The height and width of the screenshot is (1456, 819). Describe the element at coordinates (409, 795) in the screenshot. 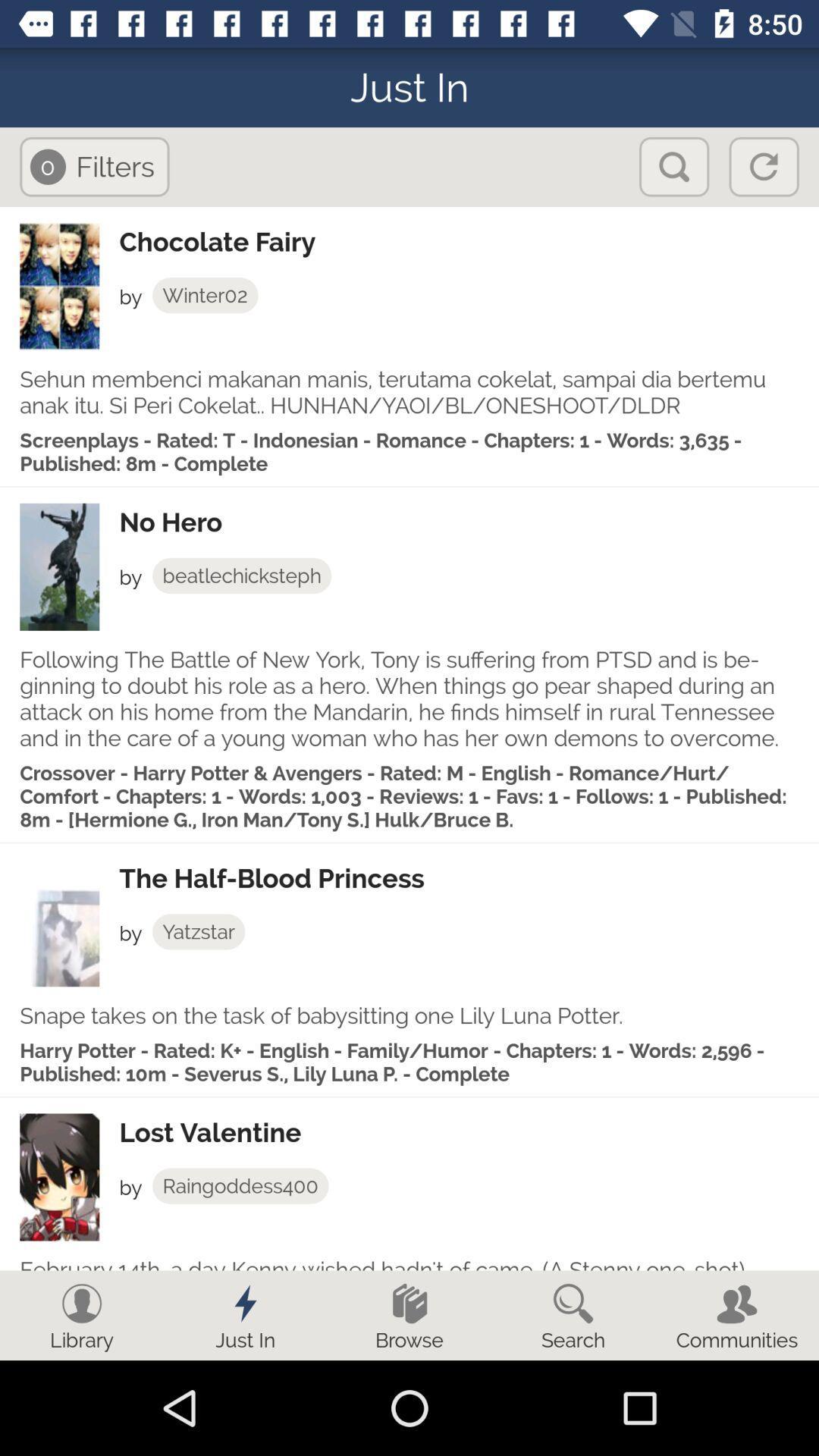

I see `crossover harry potter icon` at that location.